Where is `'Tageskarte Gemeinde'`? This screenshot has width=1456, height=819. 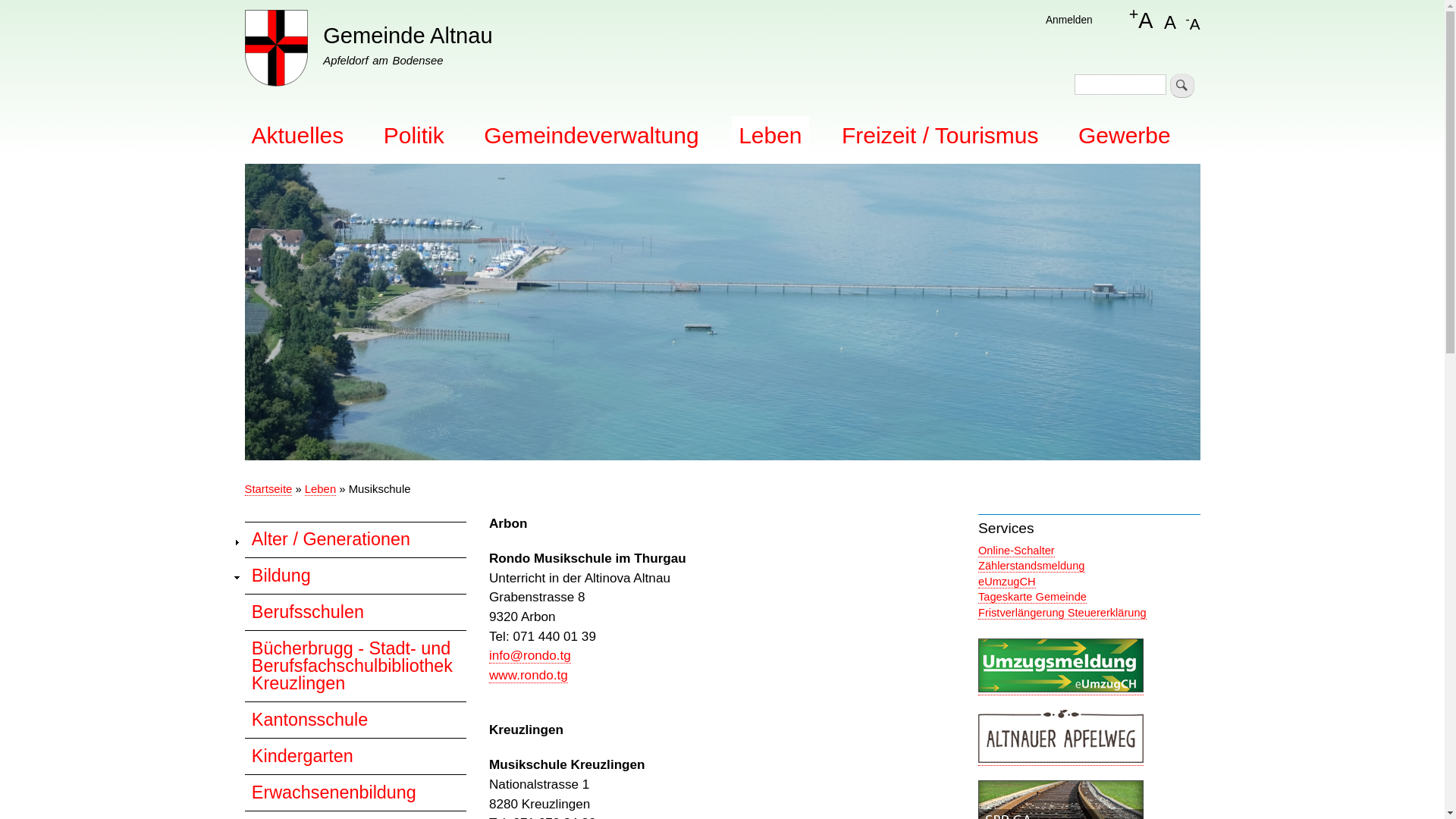
'Tageskarte Gemeinde' is located at coordinates (1031, 596).